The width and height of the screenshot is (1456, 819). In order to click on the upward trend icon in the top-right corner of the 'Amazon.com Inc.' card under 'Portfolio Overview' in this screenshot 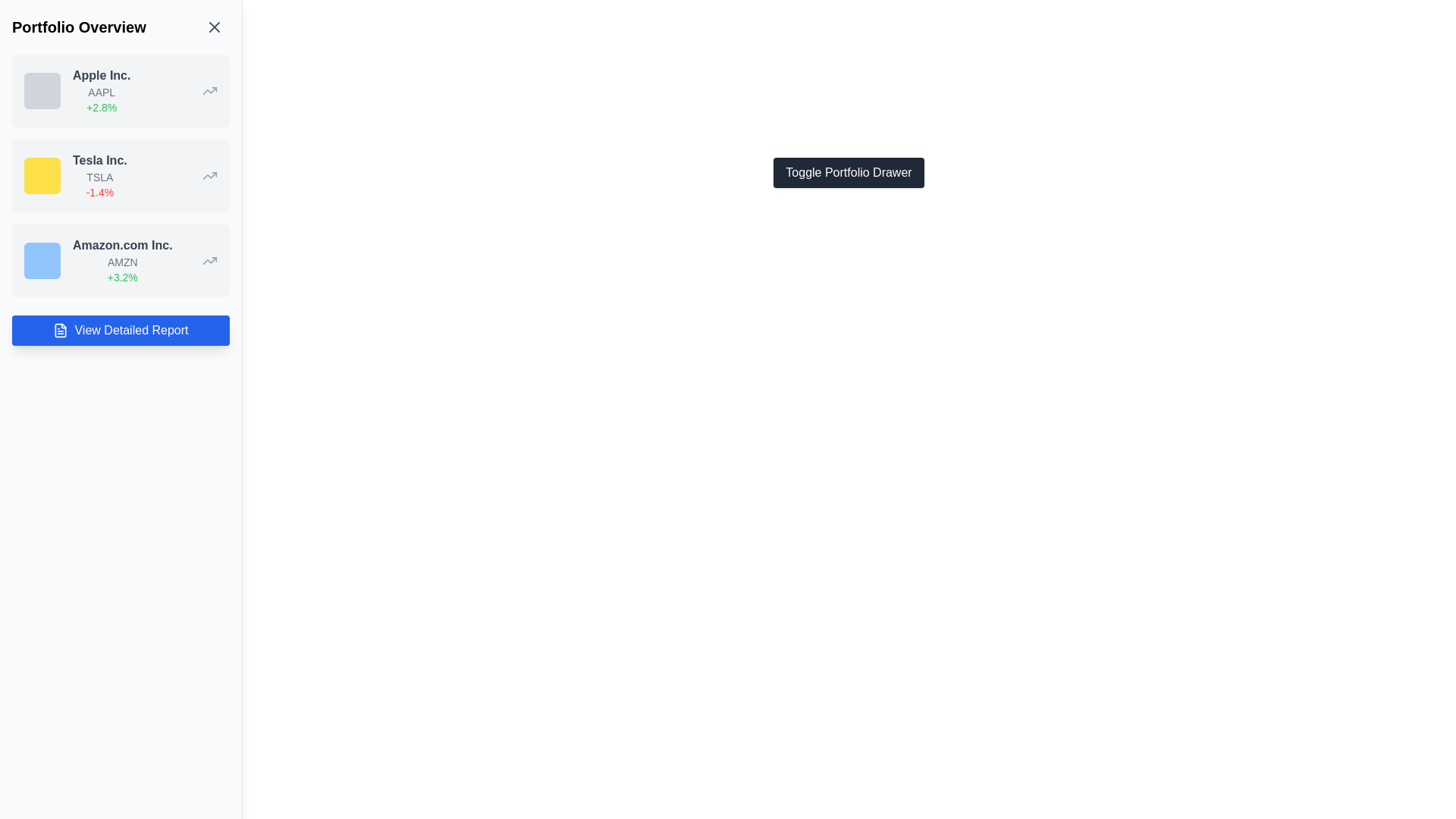, I will do `click(209, 259)`.